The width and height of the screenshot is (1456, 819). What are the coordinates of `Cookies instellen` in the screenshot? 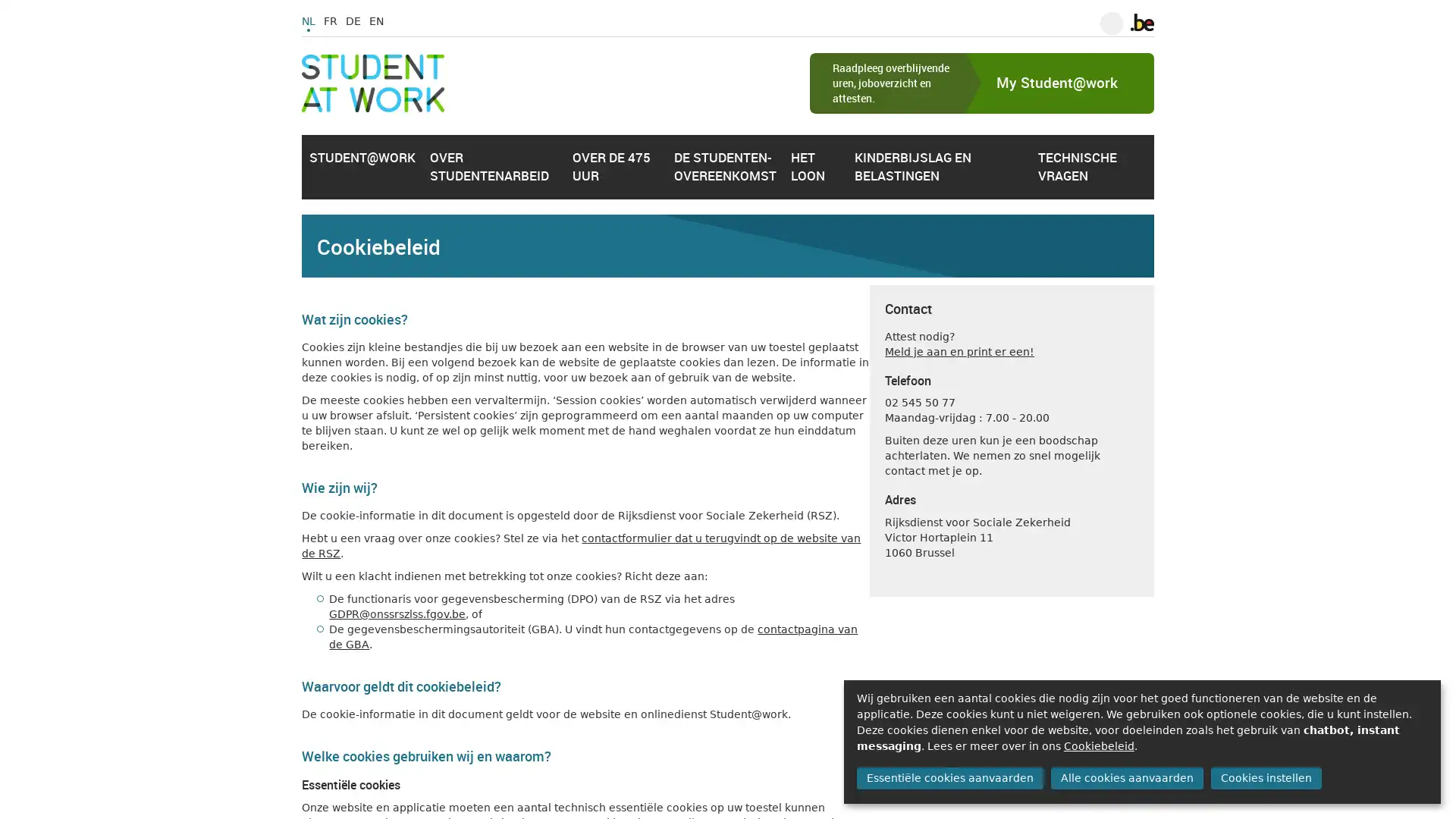 It's located at (1266, 778).